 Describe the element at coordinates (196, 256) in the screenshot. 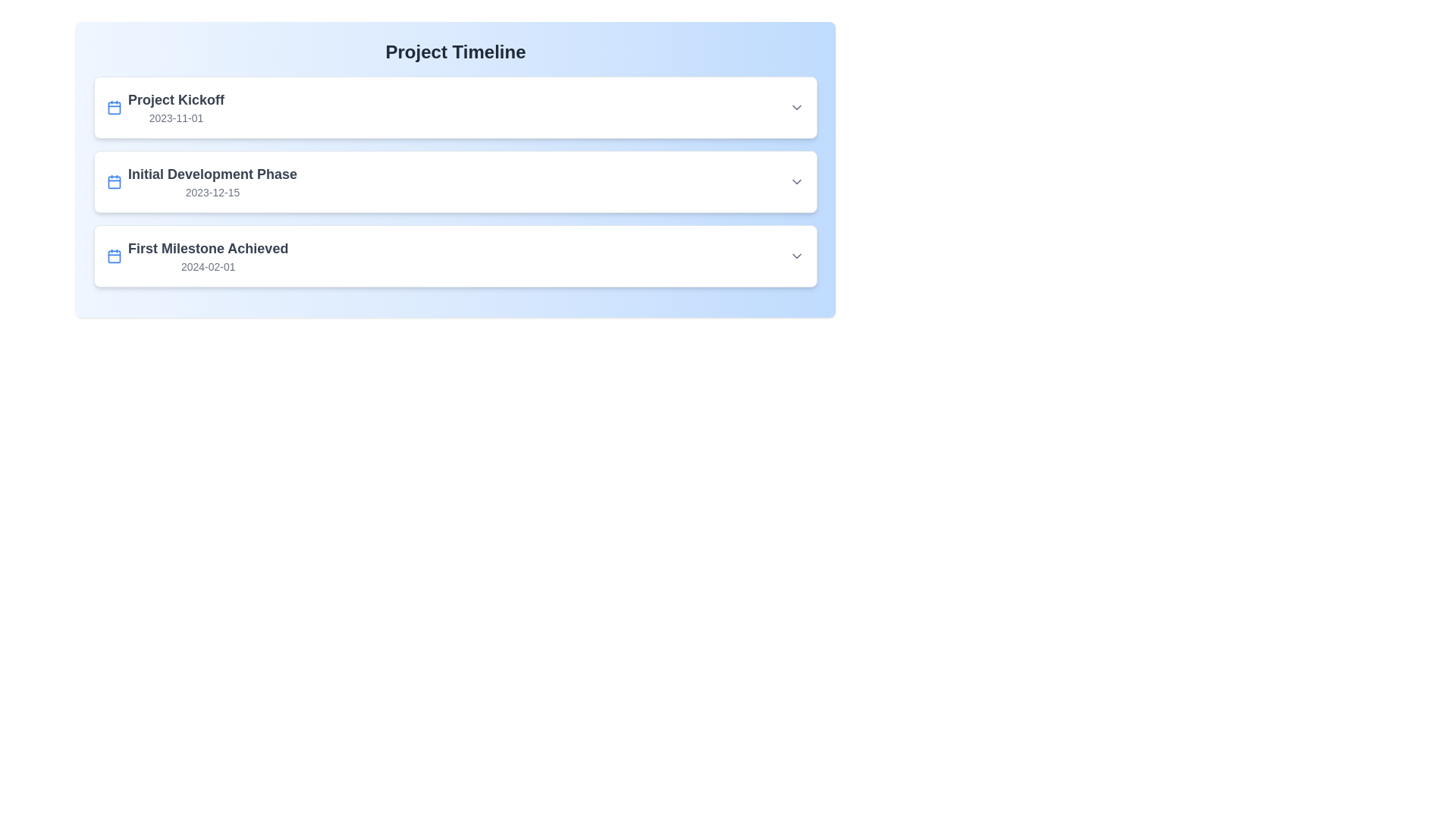

I see `the list item labeled 'First Milestone Achieved' which contains a calendar icon and the date '2024-02-01'` at that location.